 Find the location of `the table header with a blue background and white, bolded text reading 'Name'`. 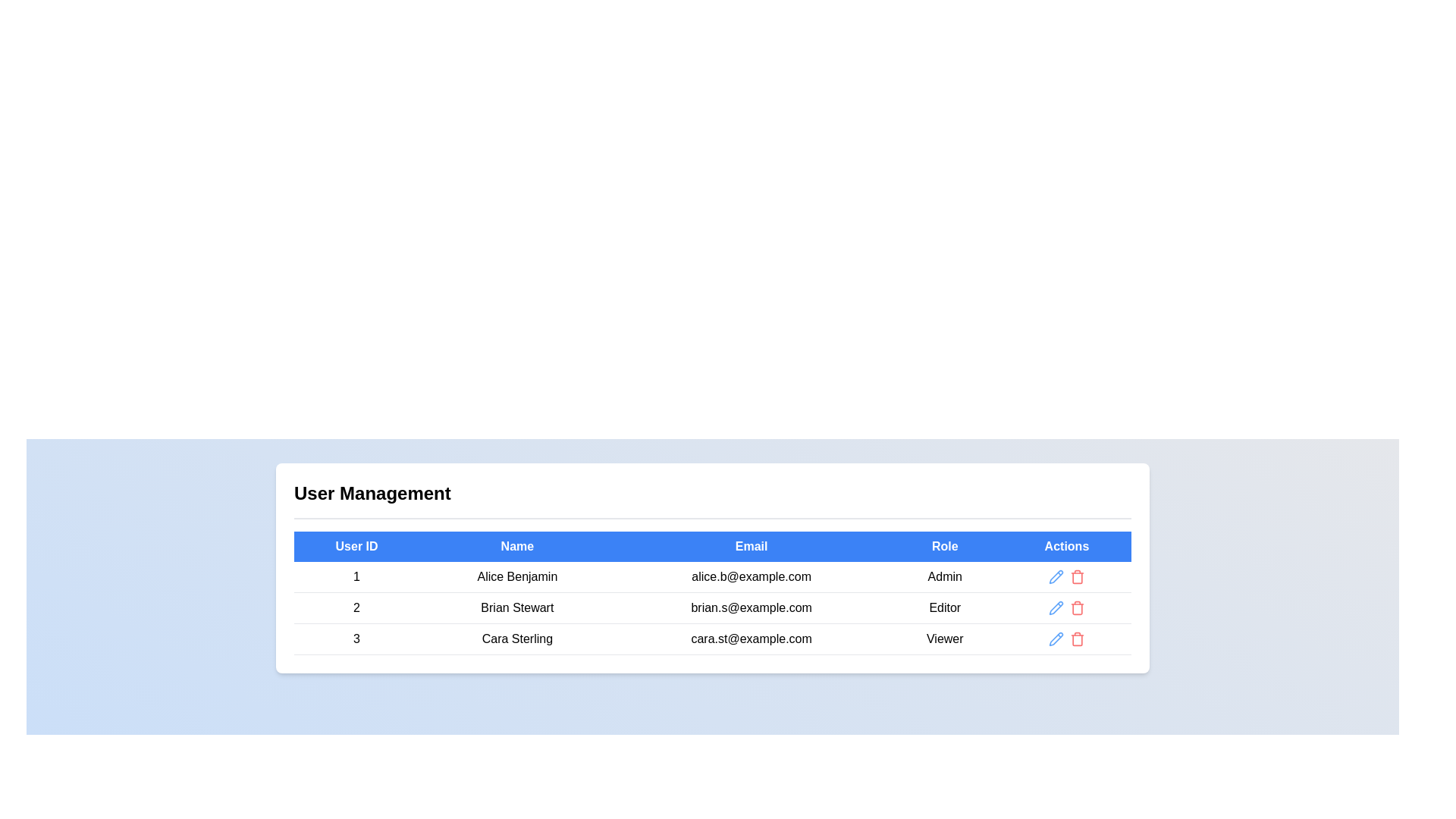

the table header with a blue background and white, bolded text reading 'Name' is located at coordinates (517, 547).